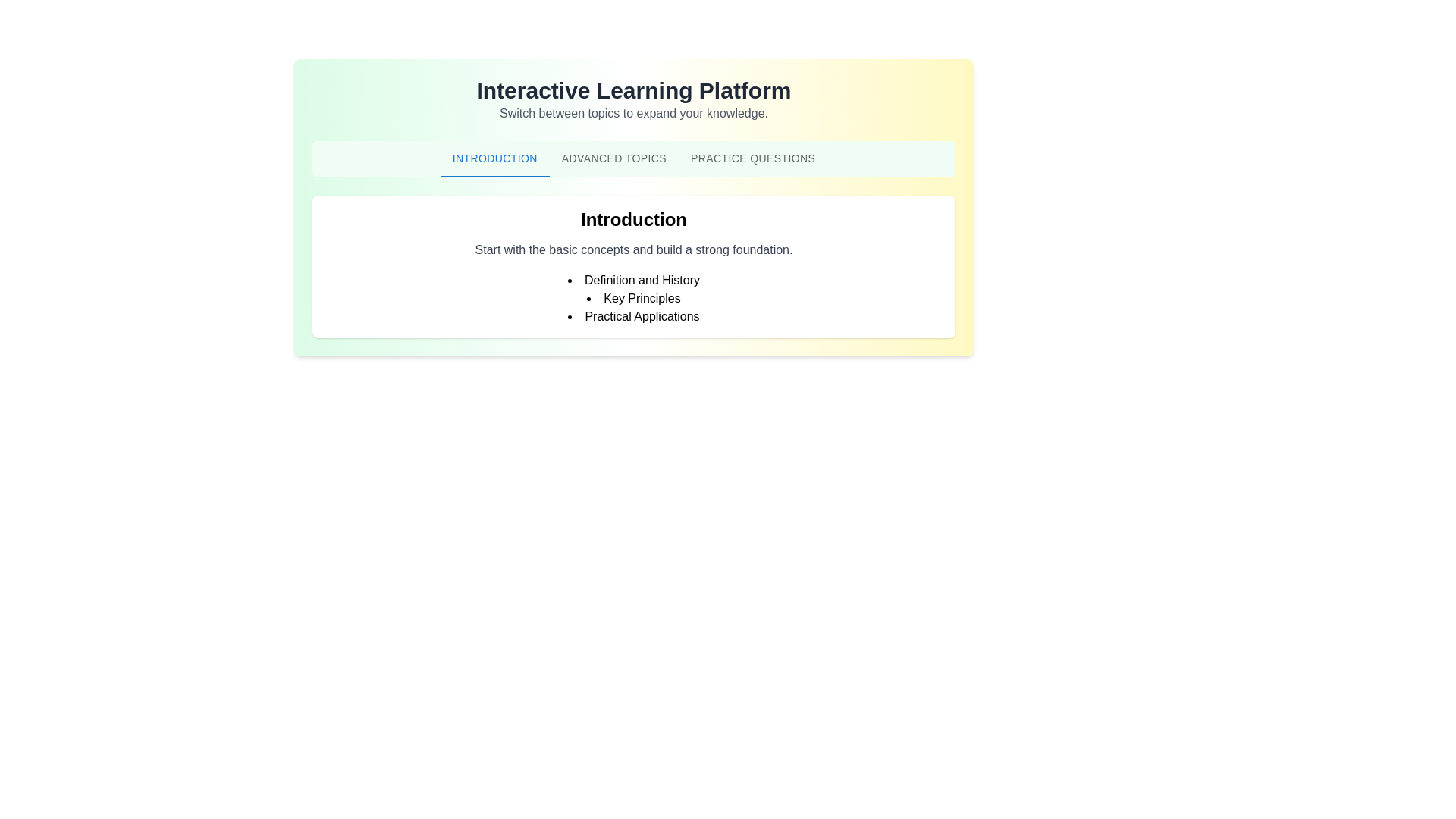 This screenshot has height=819, width=1456. Describe the element at coordinates (494, 175) in the screenshot. I see `the tab selector indicator located just below the 'Introduction' tab in the navigation menu to see the indicator move to neighboring tabs` at that location.